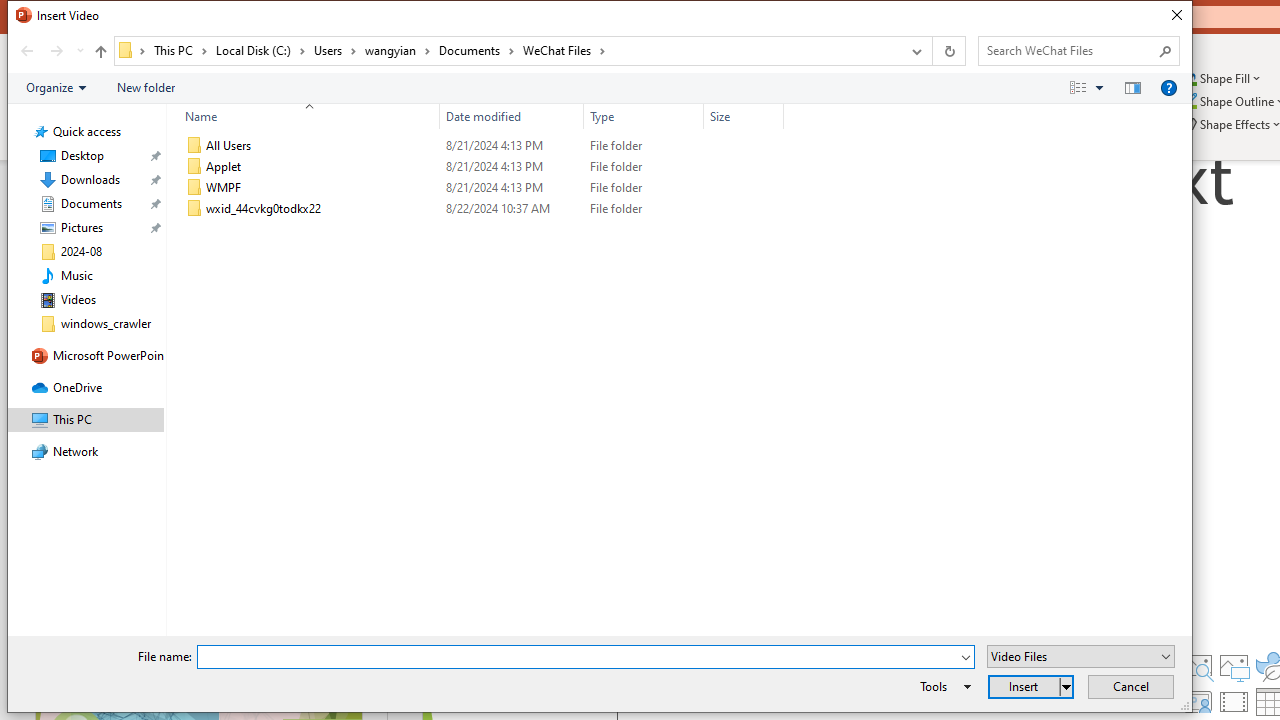  I want to click on 'Back (Alt + Left Arrow)', so click(26, 50).